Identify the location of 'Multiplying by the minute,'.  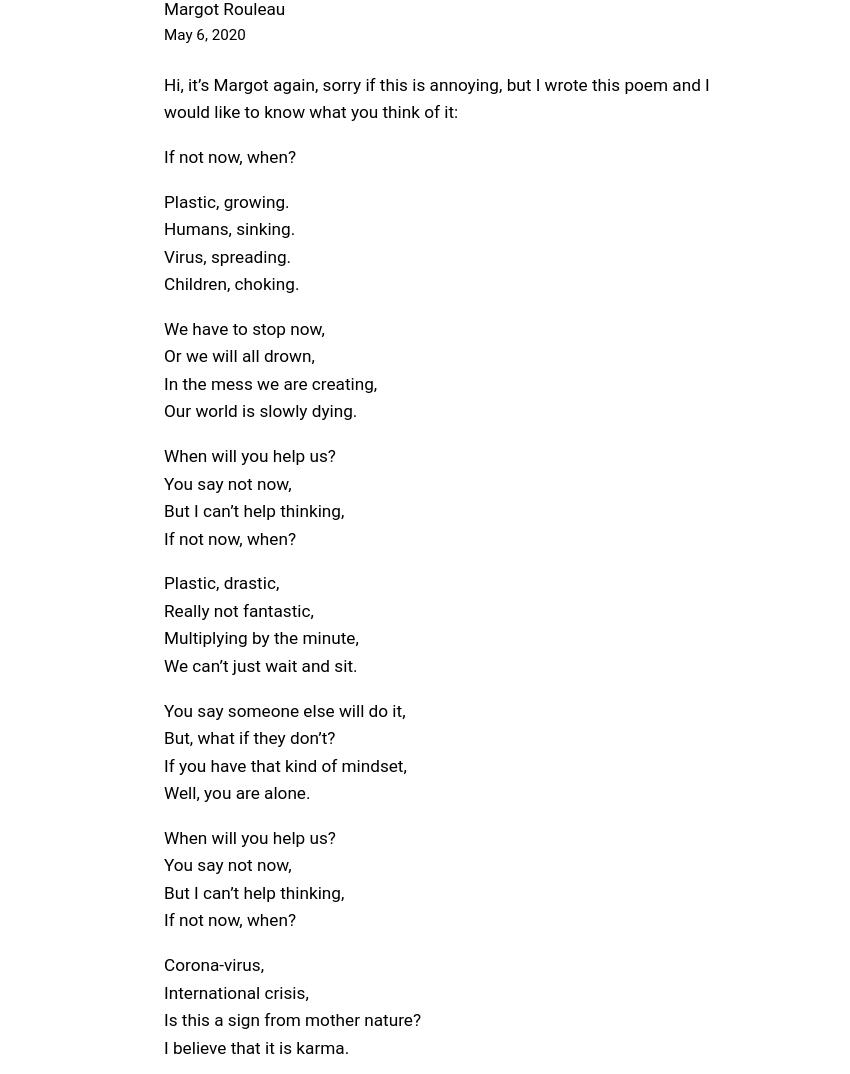
(260, 637).